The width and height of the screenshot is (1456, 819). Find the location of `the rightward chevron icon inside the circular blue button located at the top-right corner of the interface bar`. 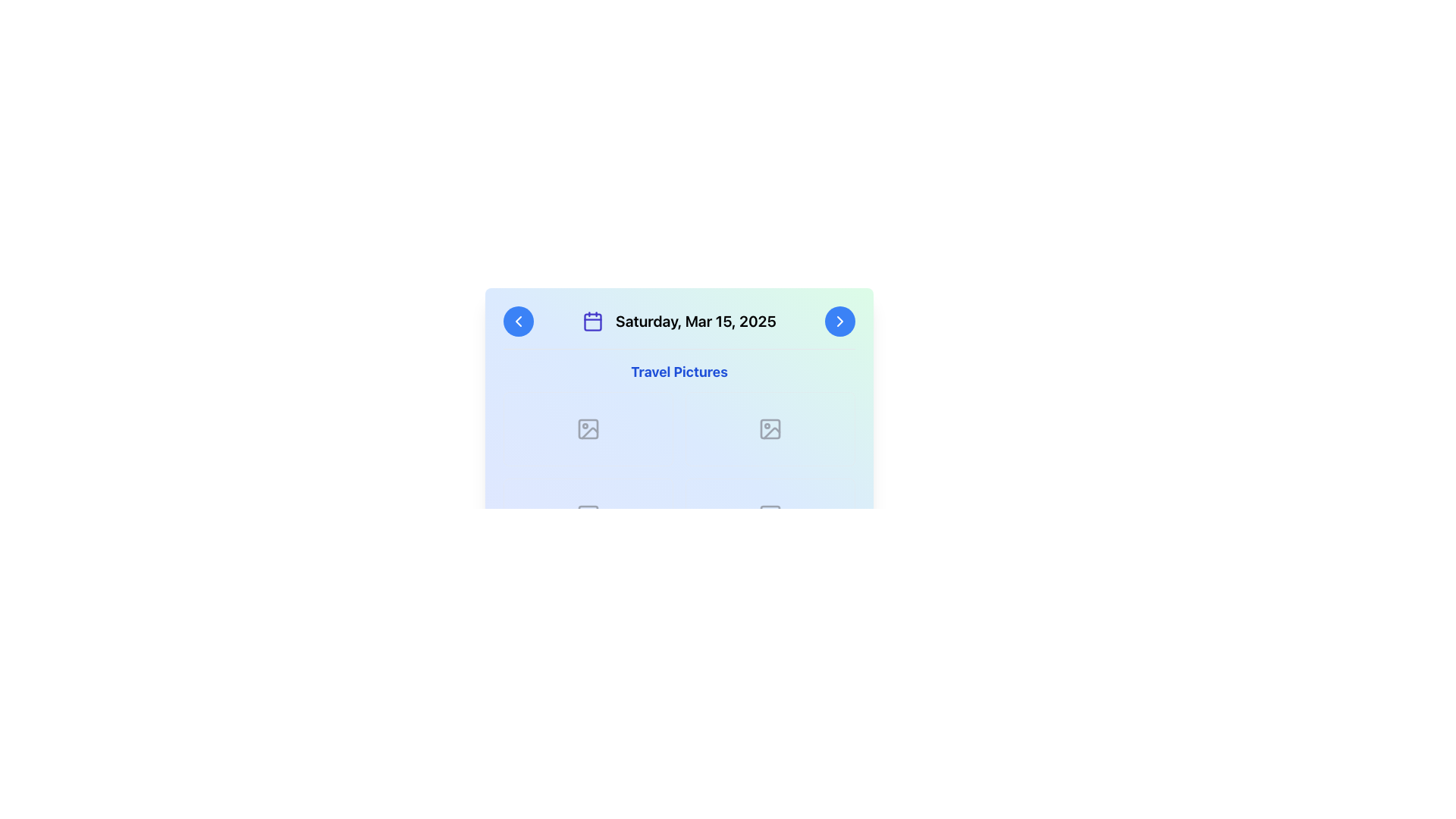

the rightward chevron icon inside the circular blue button located at the top-right corner of the interface bar is located at coordinates (839, 321).